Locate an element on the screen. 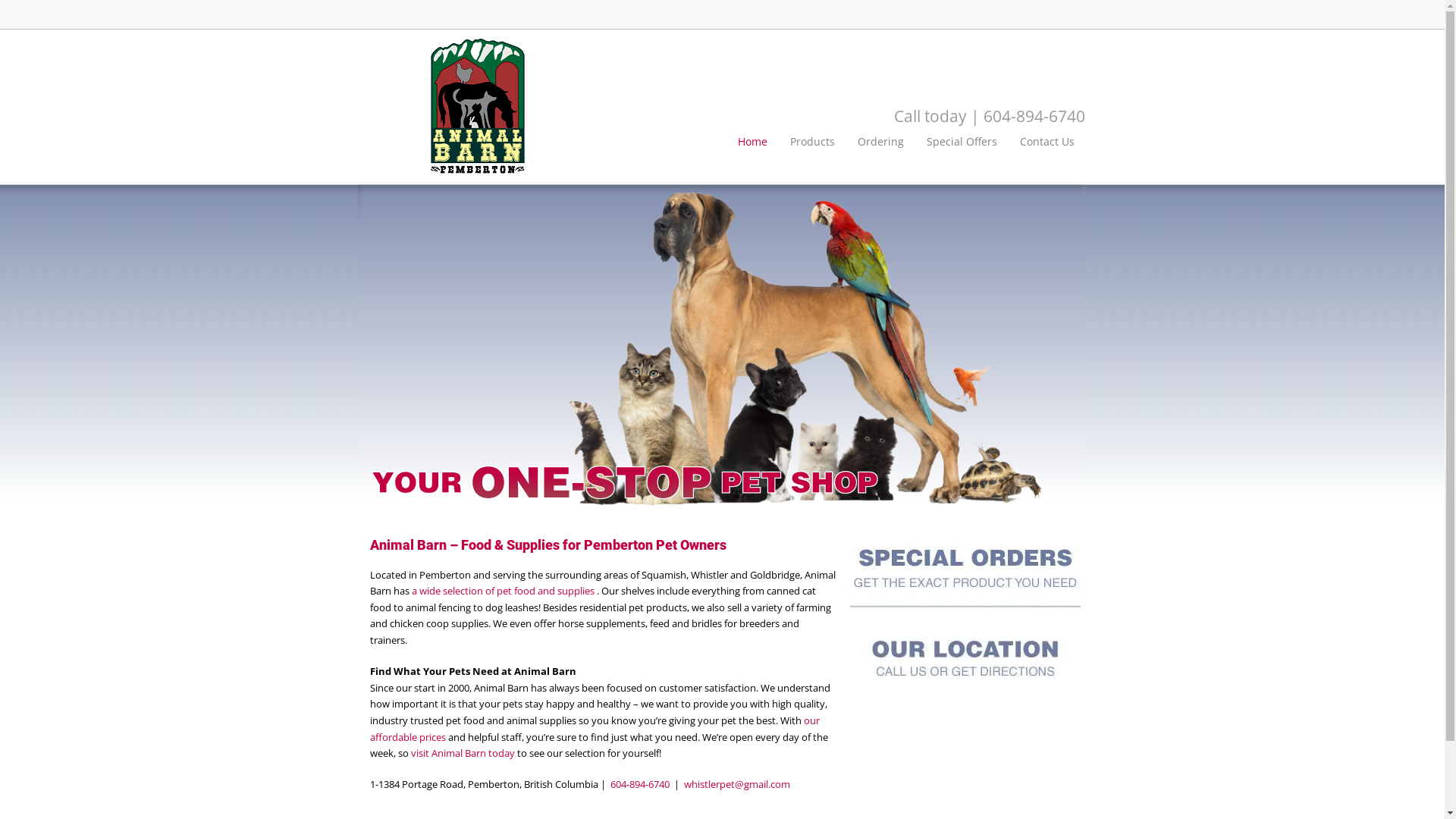  'Contact Us' is located at coordinates (1046, 141).